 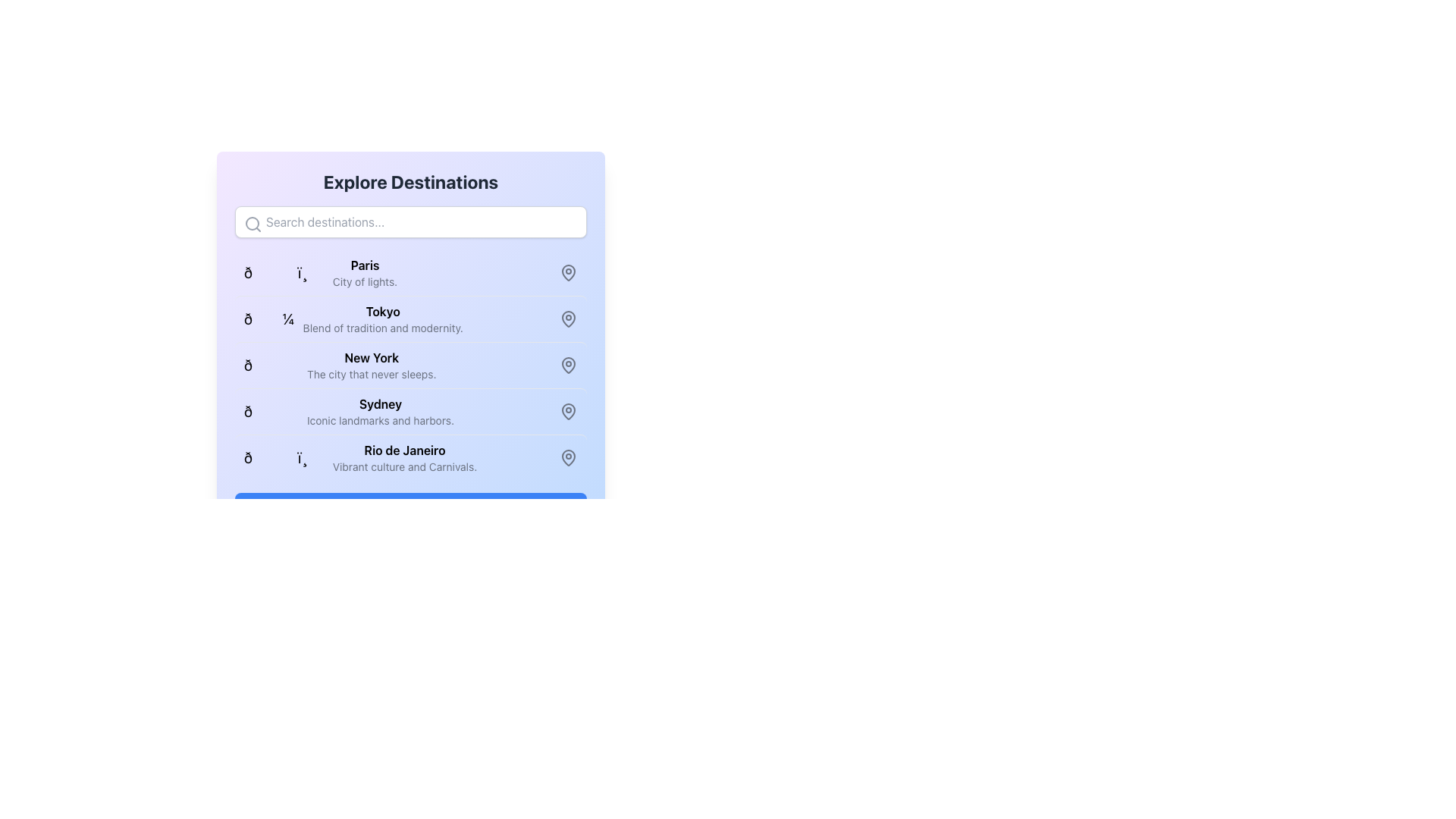 What do you see at coordinates (252, 223) in the screenshot?
I see `the inner circle of the search icon, which is part of the SVG icon located at the leftmost side of the search bar beneath the 'Explore Destinations' header` at bounding box center [252, 223].